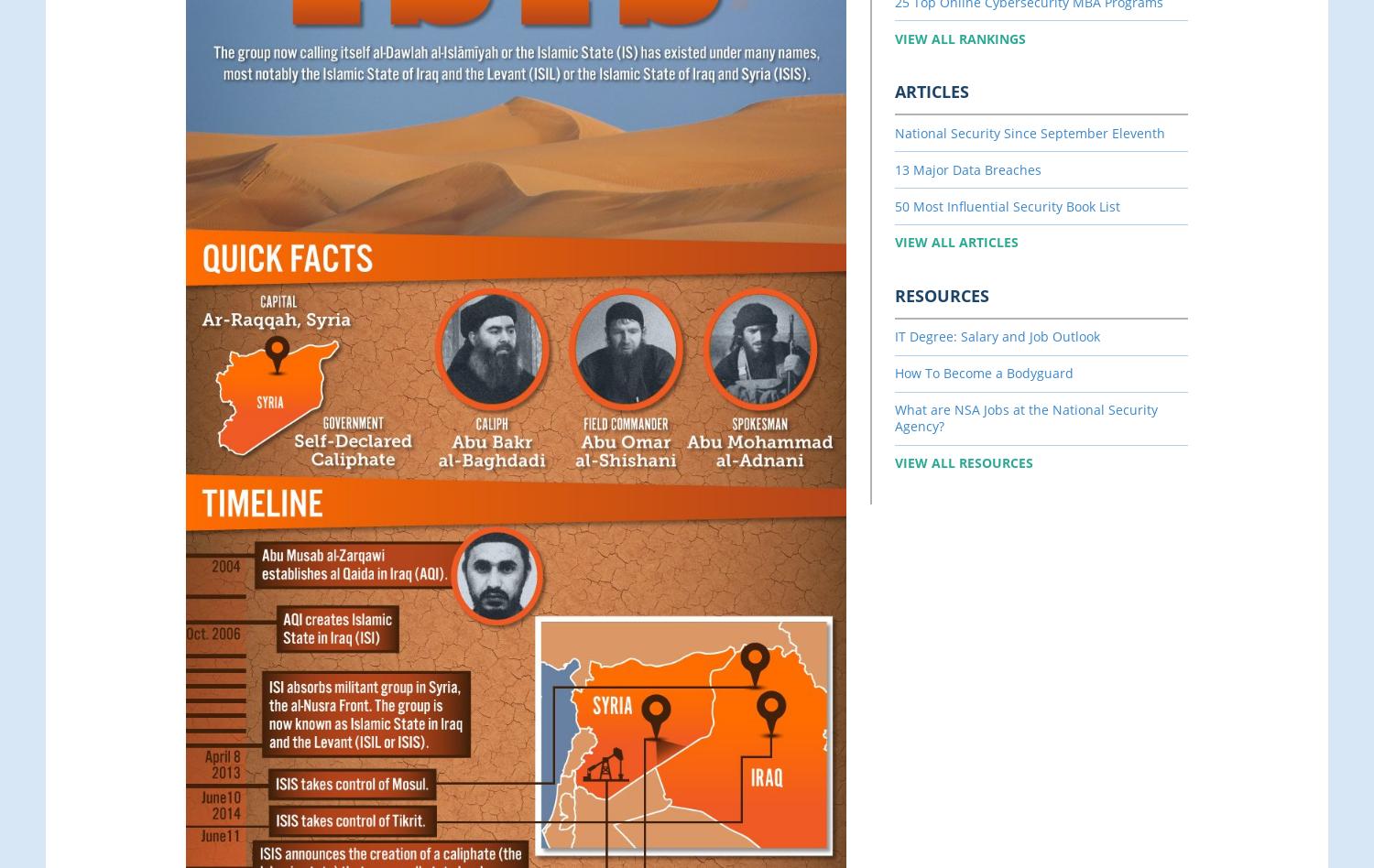 This screenshot has height=868, width=1374. What do you see at coordinates (960, 38) in the screenshot?
I see `'View All Rankings'` at bounding box center [960, 38].